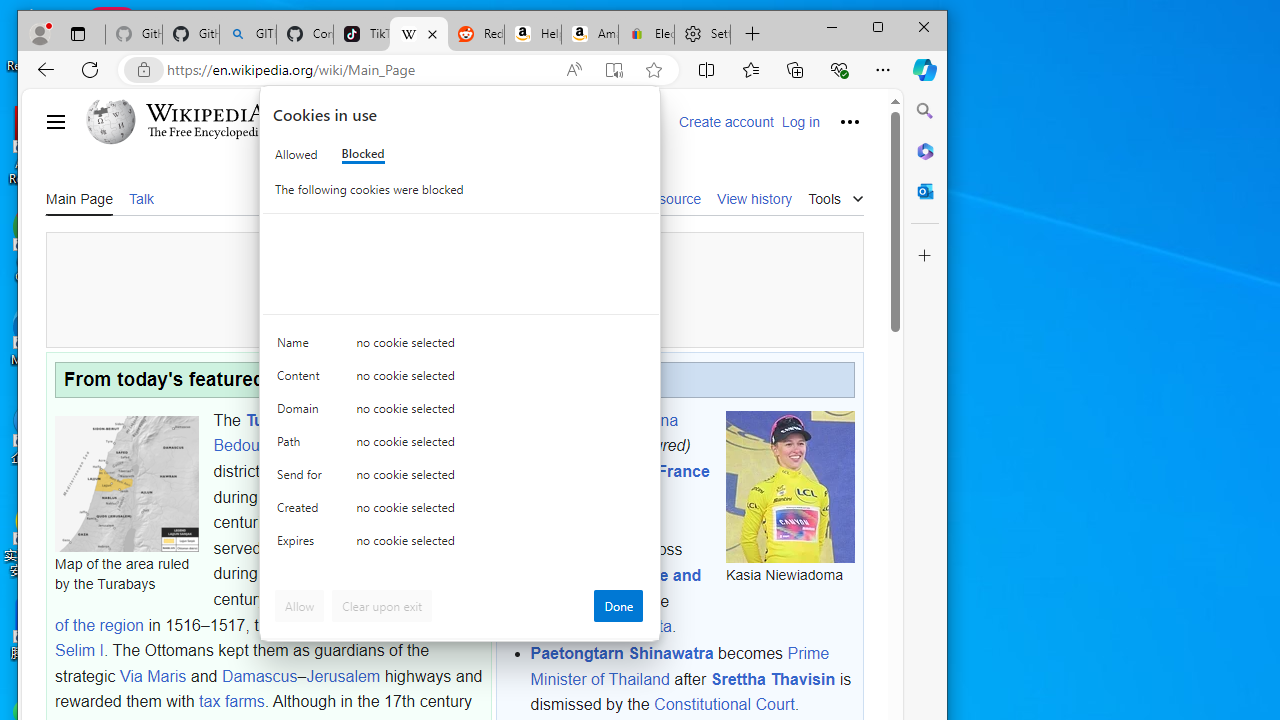 Image resolution: width=1280 pixels, height=720 pixels. Describe the element at coordinates (362, 153) in the screenshot. I see `'Blocked'` at that location.